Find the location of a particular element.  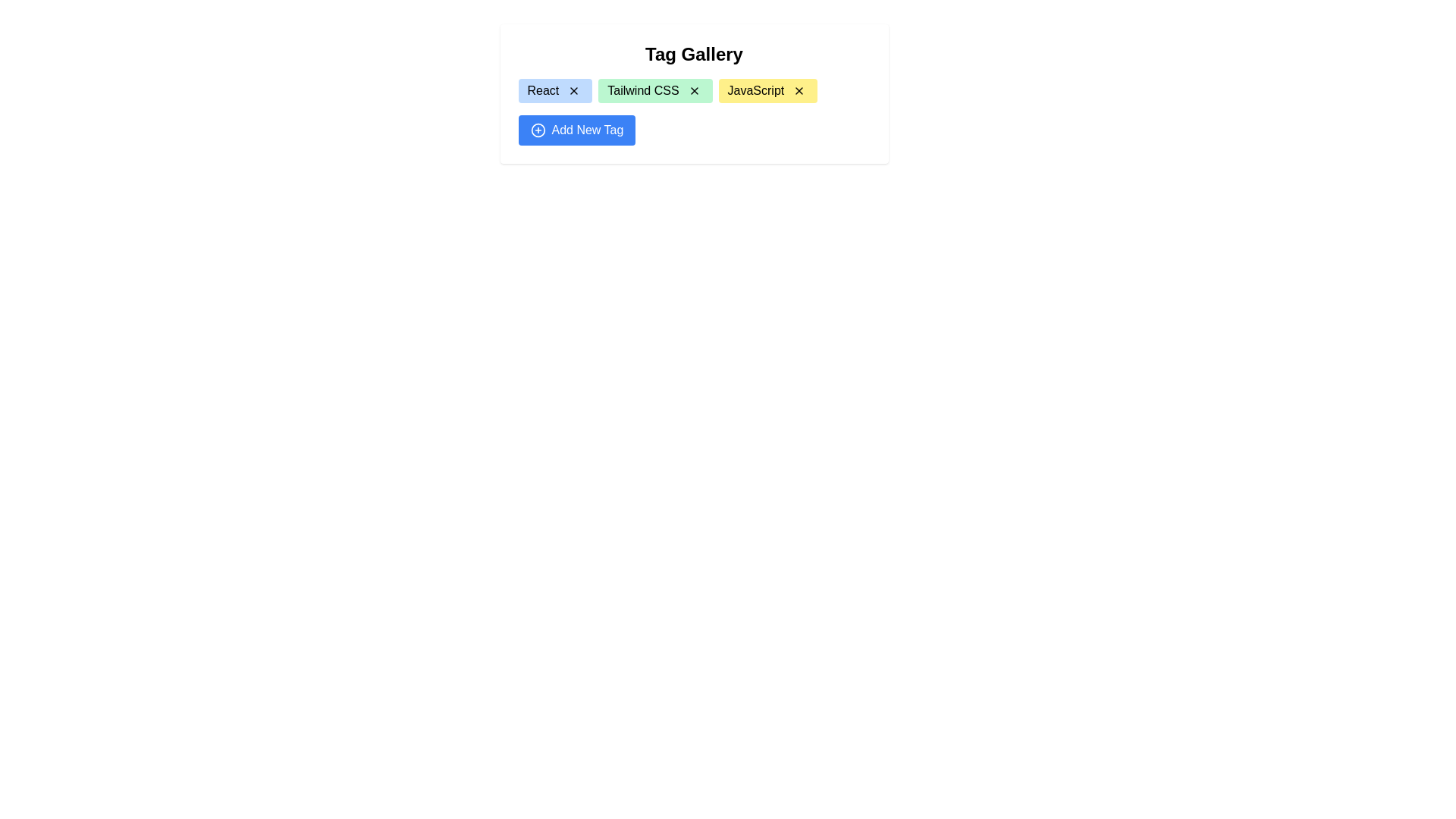

the dismiss icon located on the right side of the 'JavaScript' tag in the 'Tag Gallery' interface is located at coordinates (799, 90).